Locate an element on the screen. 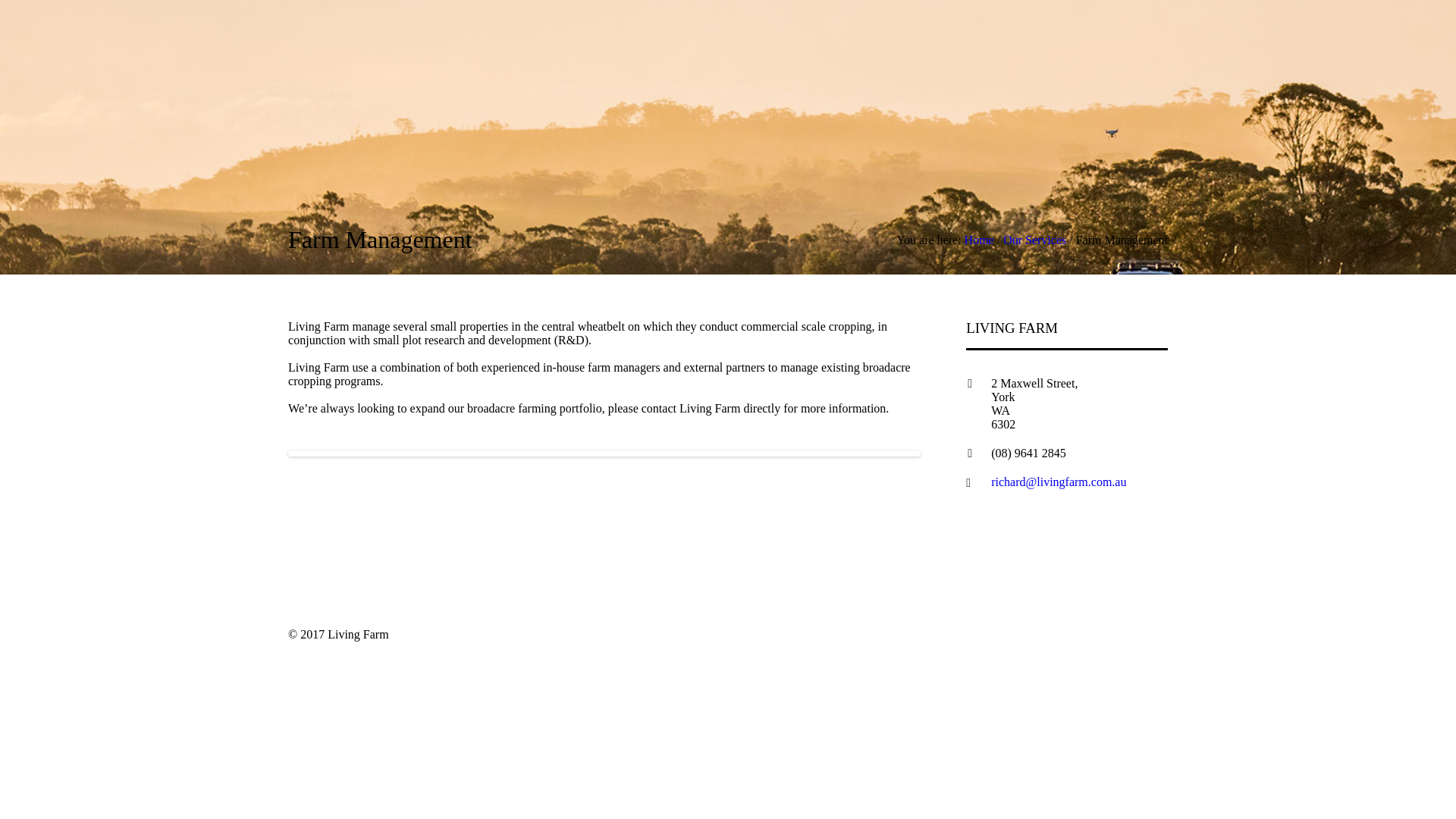  'Home' is located at coordinates (979, 239).